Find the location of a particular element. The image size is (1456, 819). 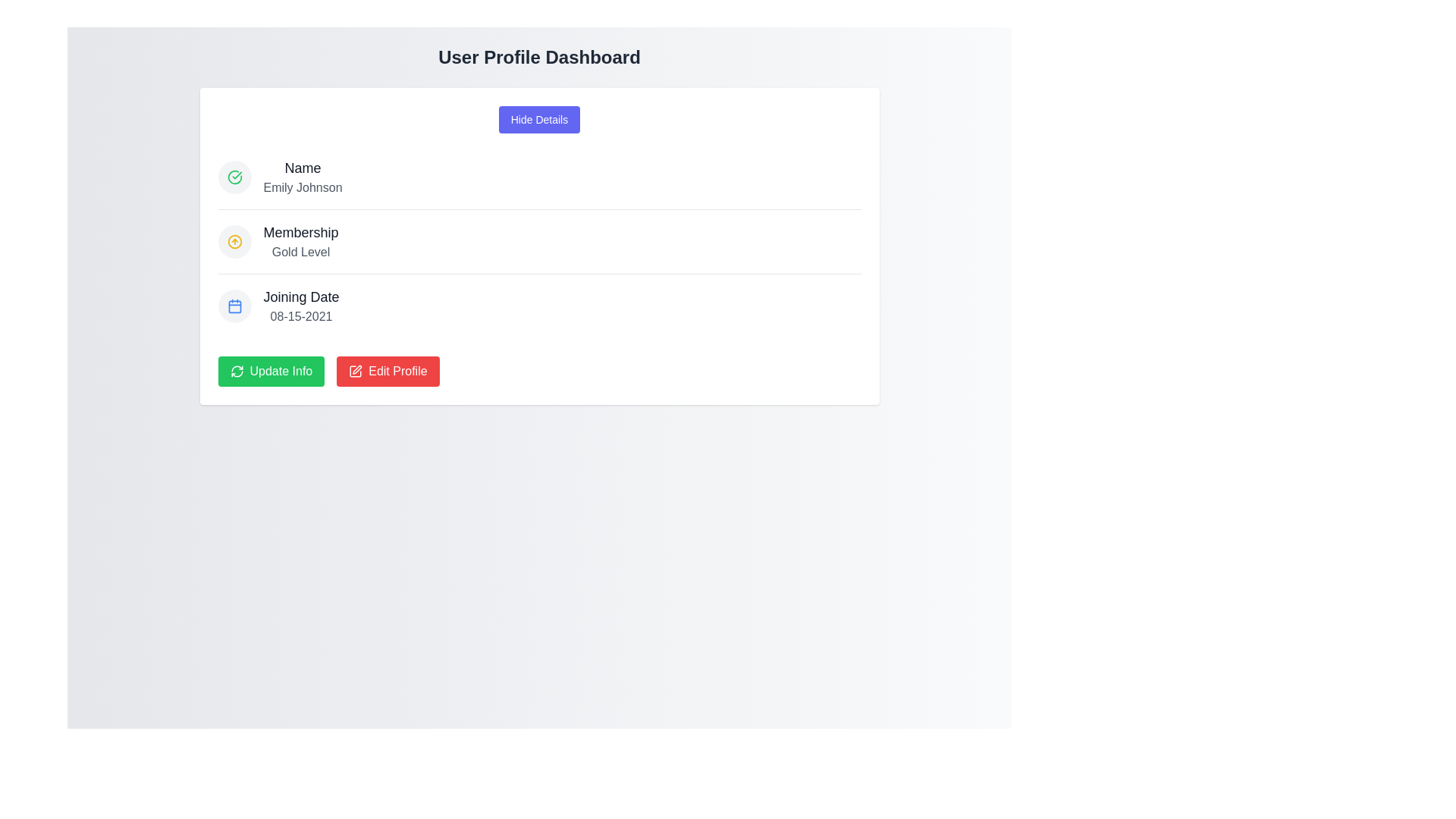

the 'Membership' graphical icon component that is part of the 'Gold Level' membership representation in the second row of icons on the profile dashboard is located at coordinates (234, 241).